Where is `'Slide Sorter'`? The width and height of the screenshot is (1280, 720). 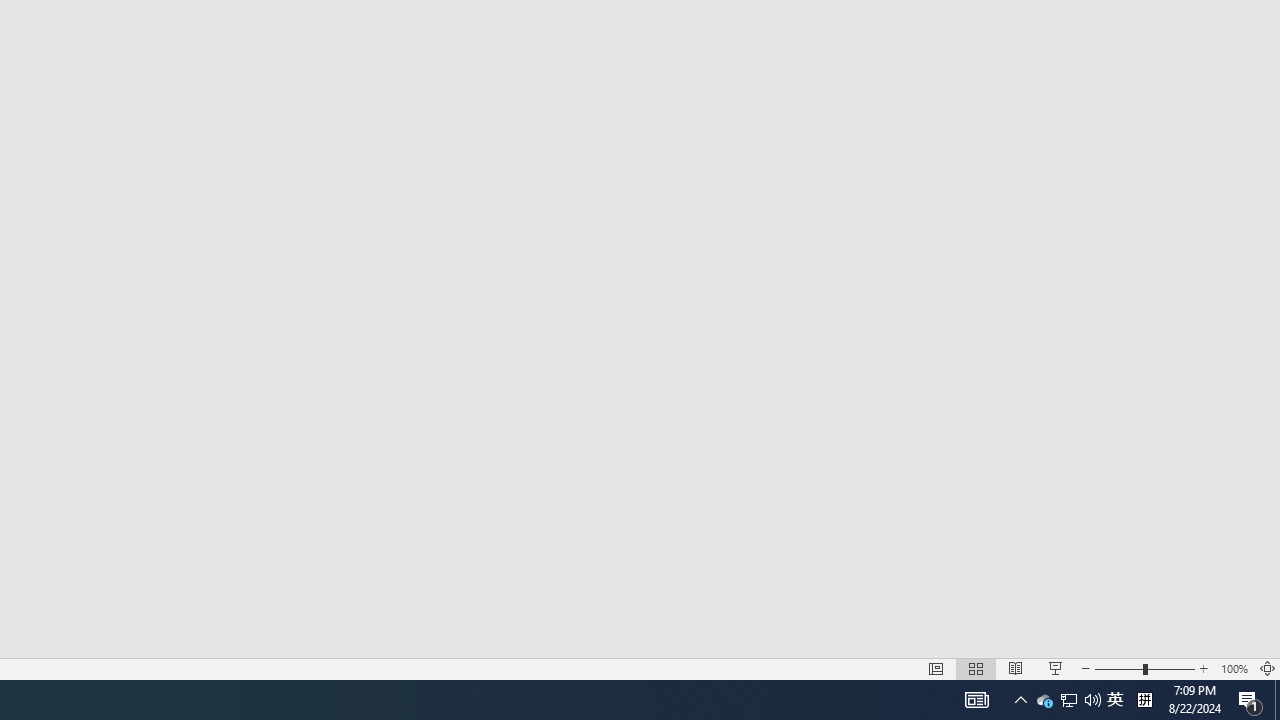
'Slide Sorter' is located at coordinates (976, 669).